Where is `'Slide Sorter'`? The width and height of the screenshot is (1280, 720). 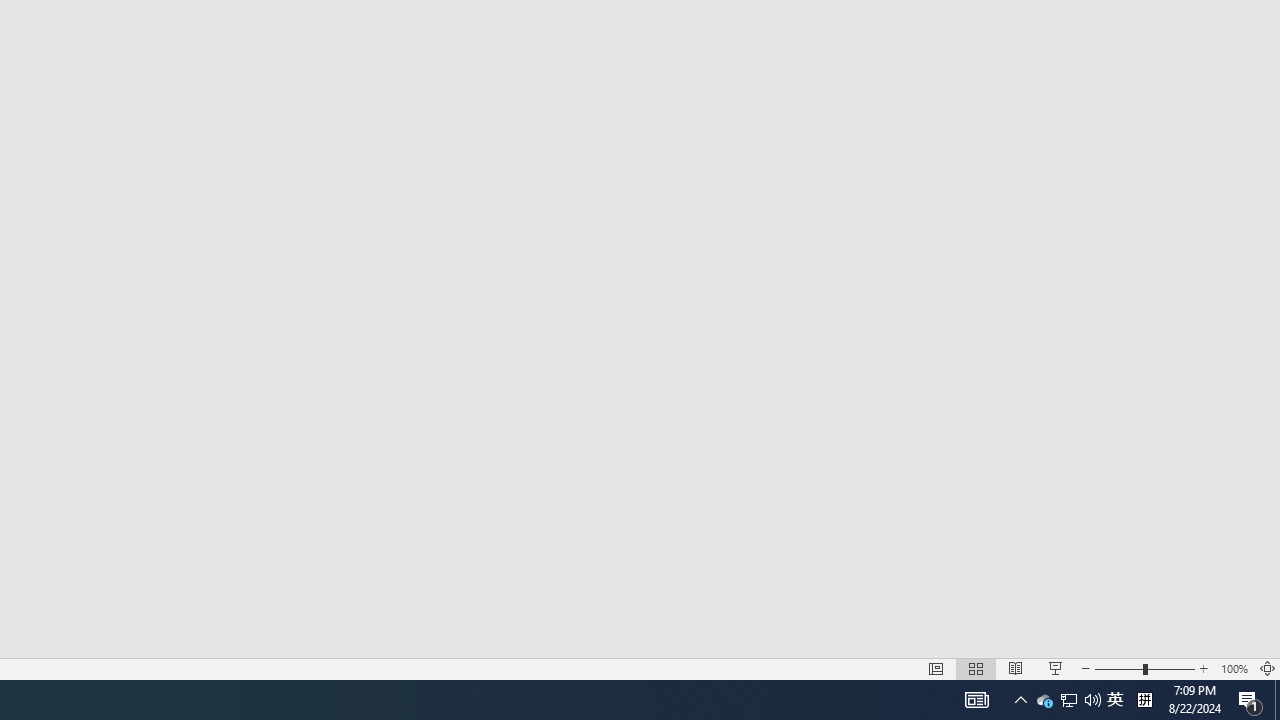
'Slide Sorter' is located at coordinates (976, 669).